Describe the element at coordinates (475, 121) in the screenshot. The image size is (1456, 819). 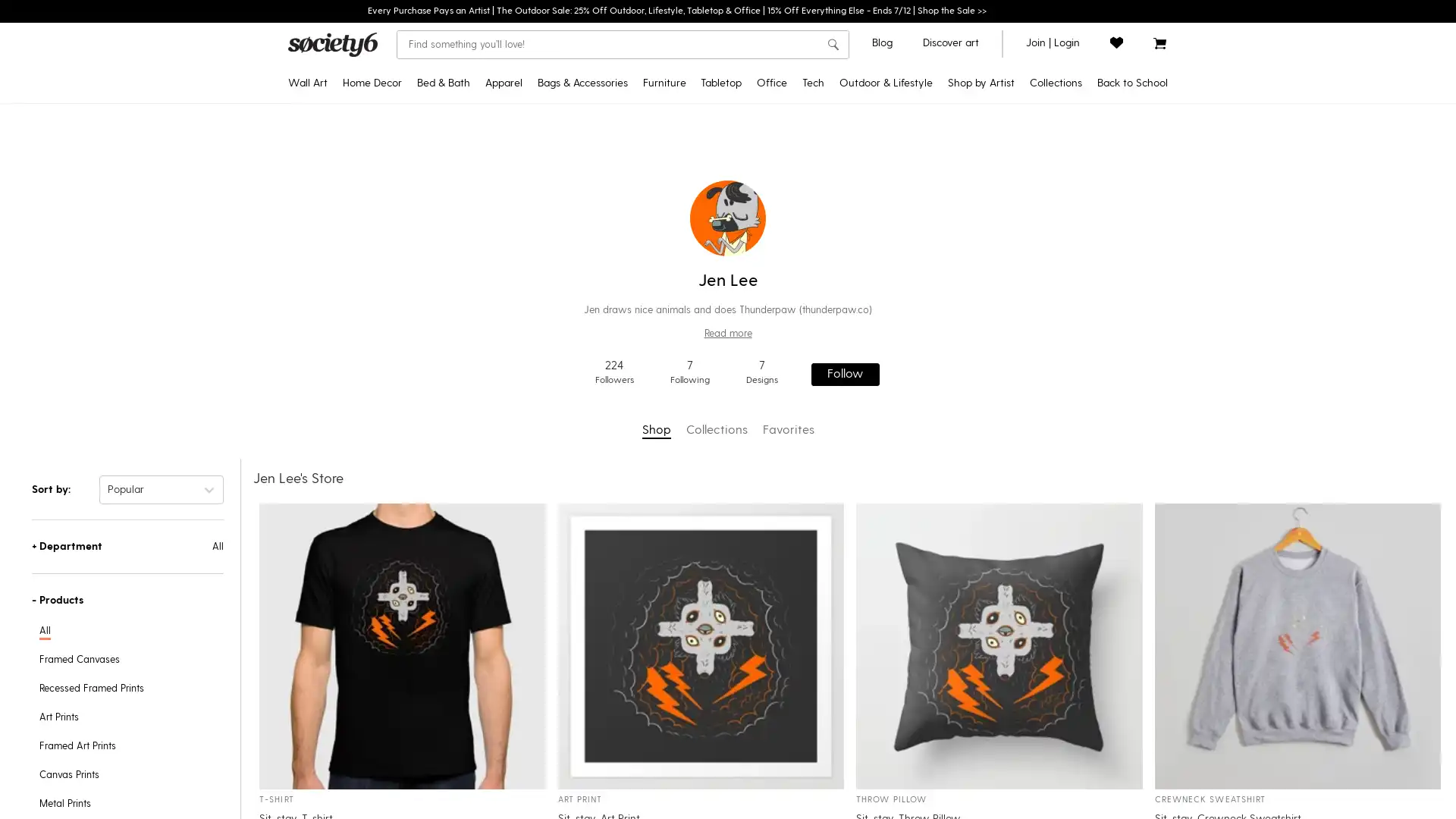
I see `Comforters` at that location.